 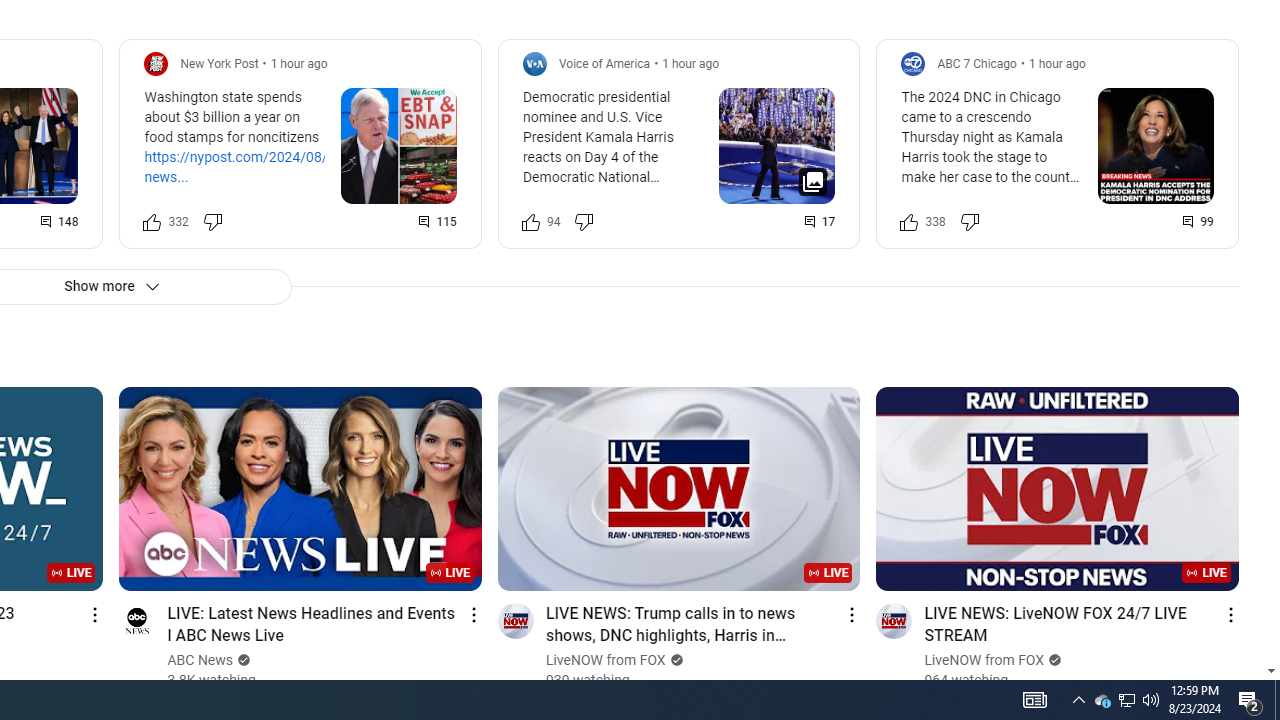 I want to click on 'ABC 7 Chicago', so click(x=977, y=62).